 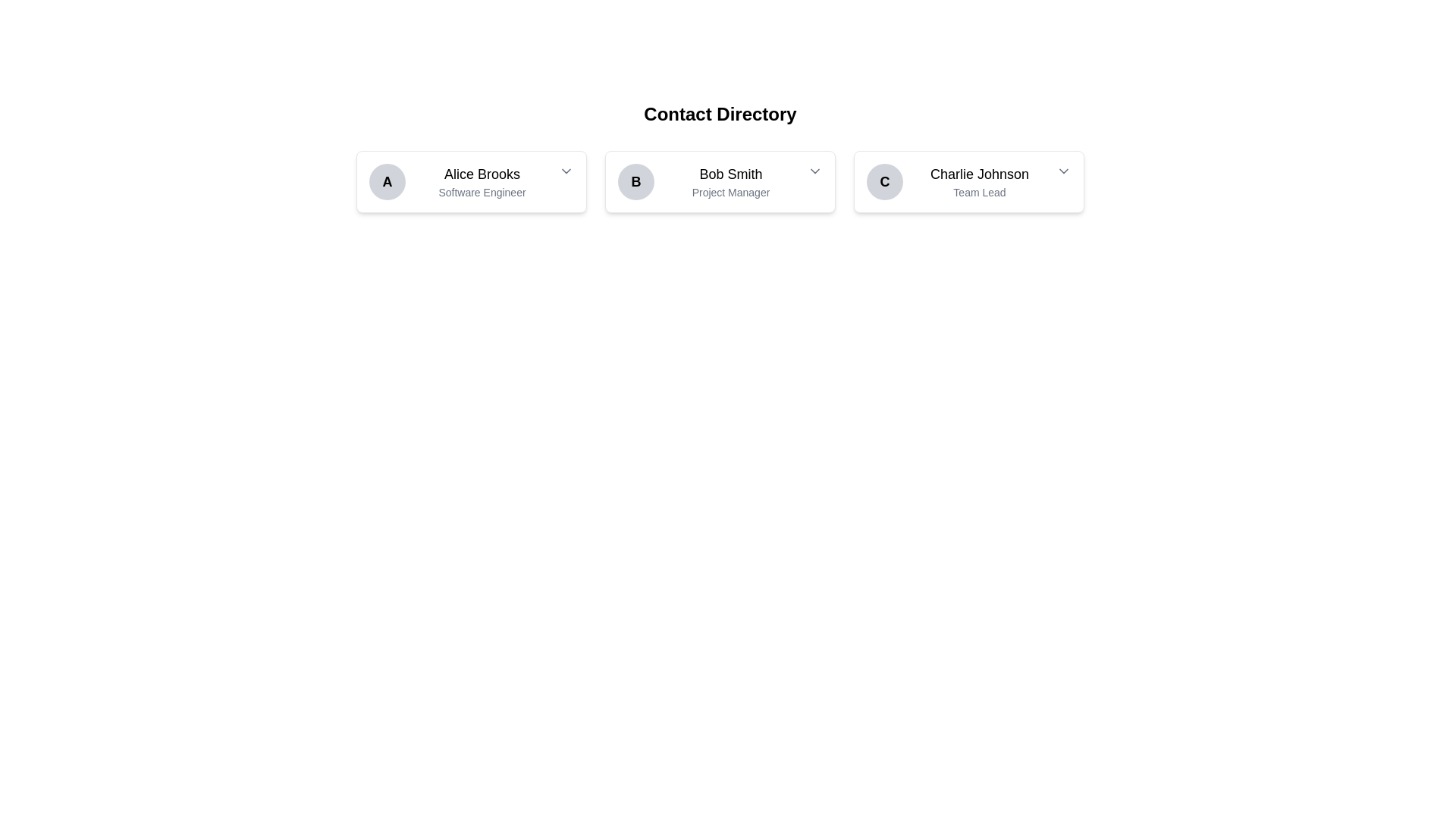 What do you see at coordinates (481, 174) in the screenshot?
I see `the text label displaying the contact name in the first card of the horizontal grid, positioned above the job title 'Software Engineer'` at bounding box center [481, 174].